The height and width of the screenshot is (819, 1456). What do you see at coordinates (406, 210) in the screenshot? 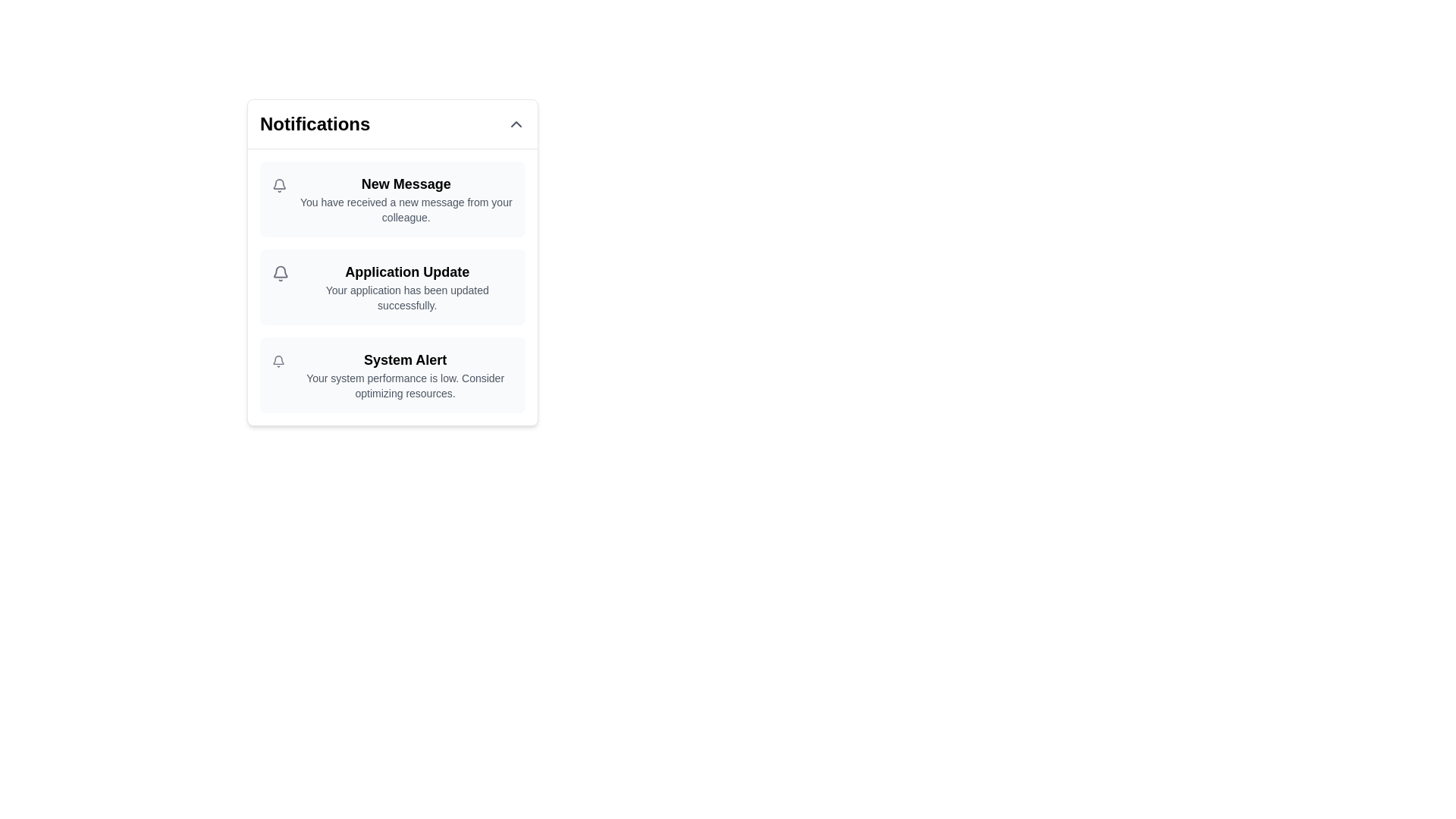
I see `the non-interactive text label that describes a new message notification from a colleague, positioned beneath the 'New Message' title` at bounding box center [406, 210].